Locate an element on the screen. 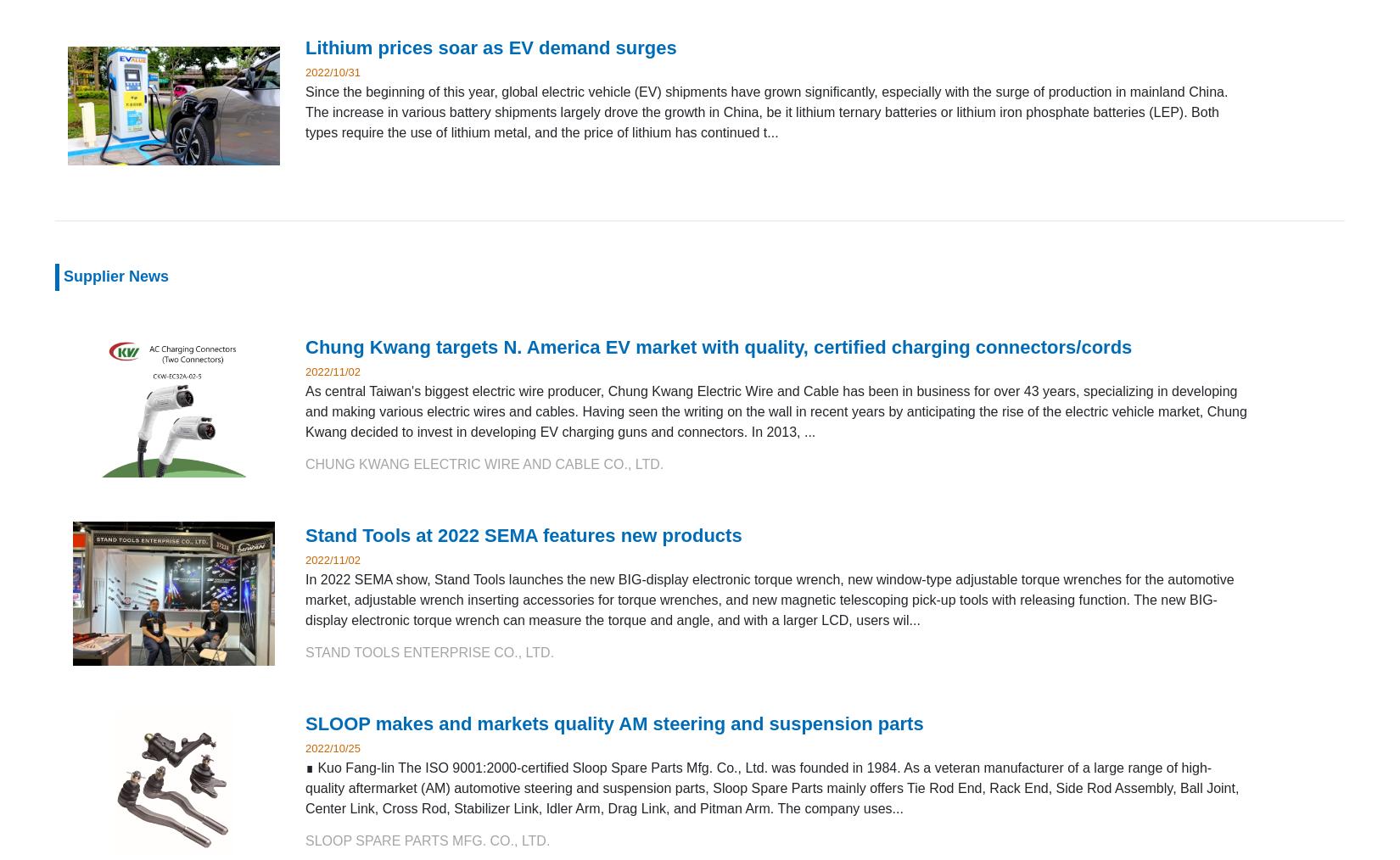 This screenshot has width=1400, height=860. '2022/10/25' is located at coordinates (333, 746).